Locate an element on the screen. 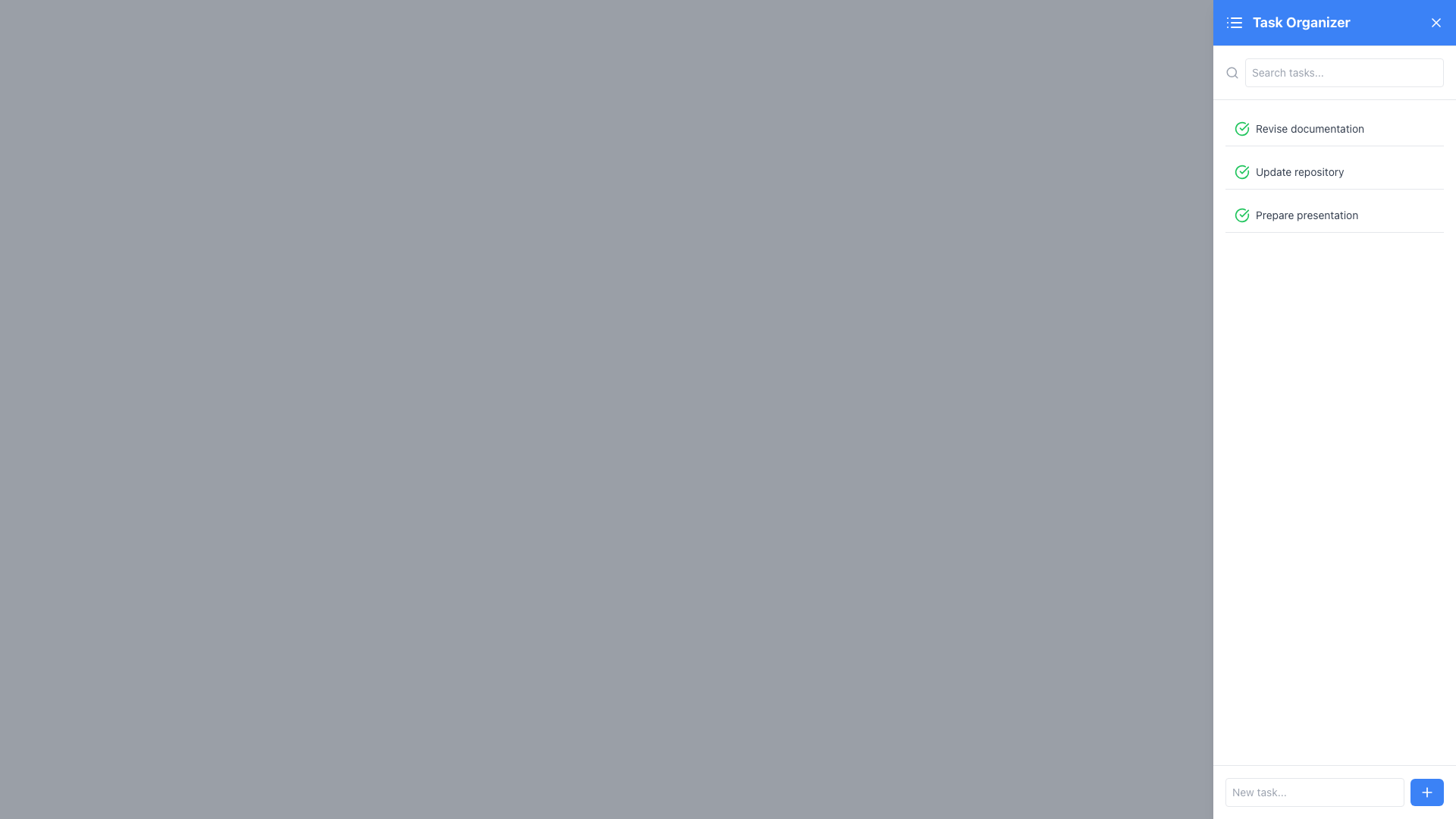 The width and height of the screenshot is (1456, 819). the green circular icon button with a checkmark inside, located to the left of the 'Prepare presentation' text is located at coordinates (1241, 215).